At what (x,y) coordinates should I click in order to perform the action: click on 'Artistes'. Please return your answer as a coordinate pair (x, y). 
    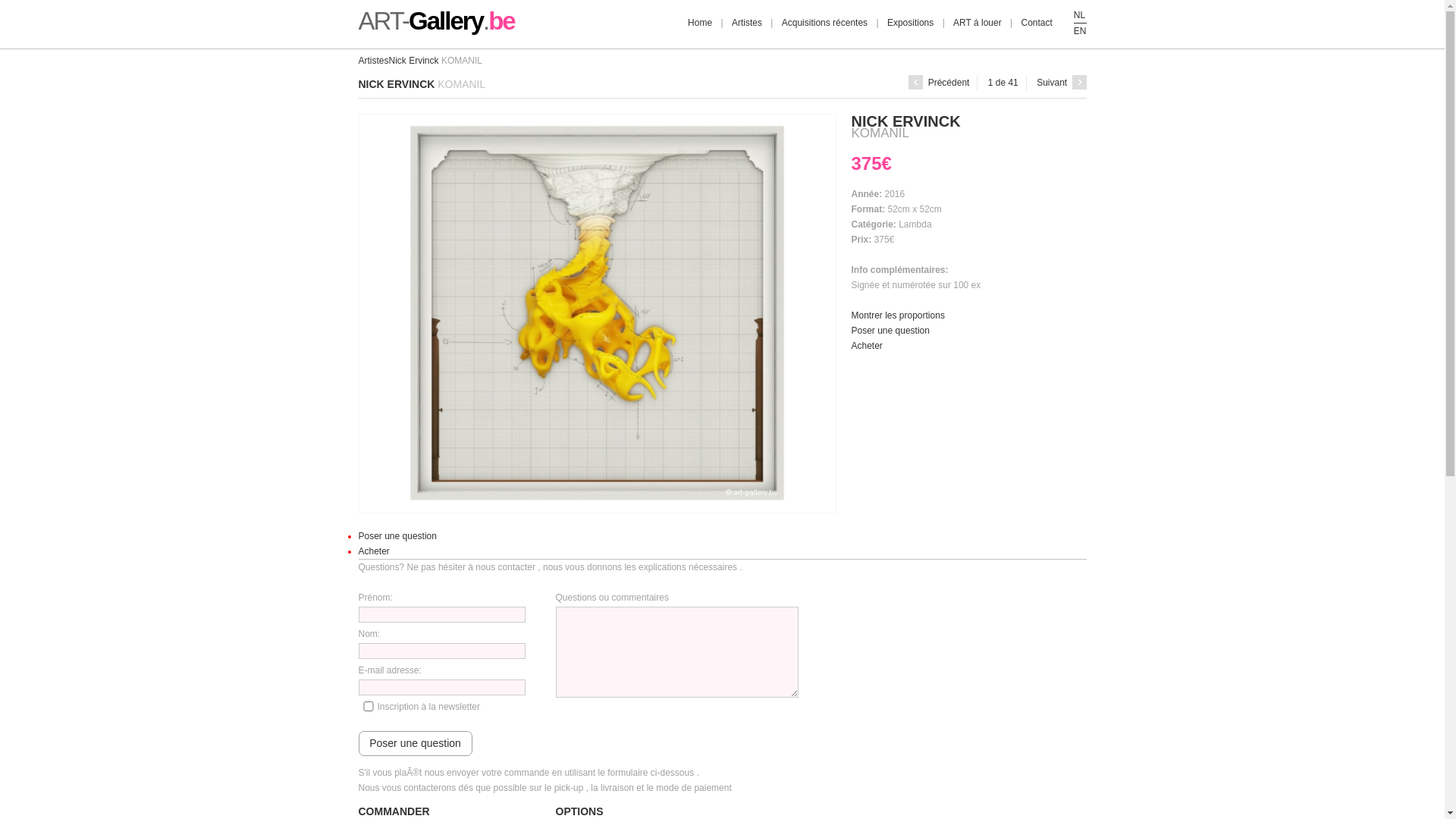
    Looking at the image, I should click on (372, 60).